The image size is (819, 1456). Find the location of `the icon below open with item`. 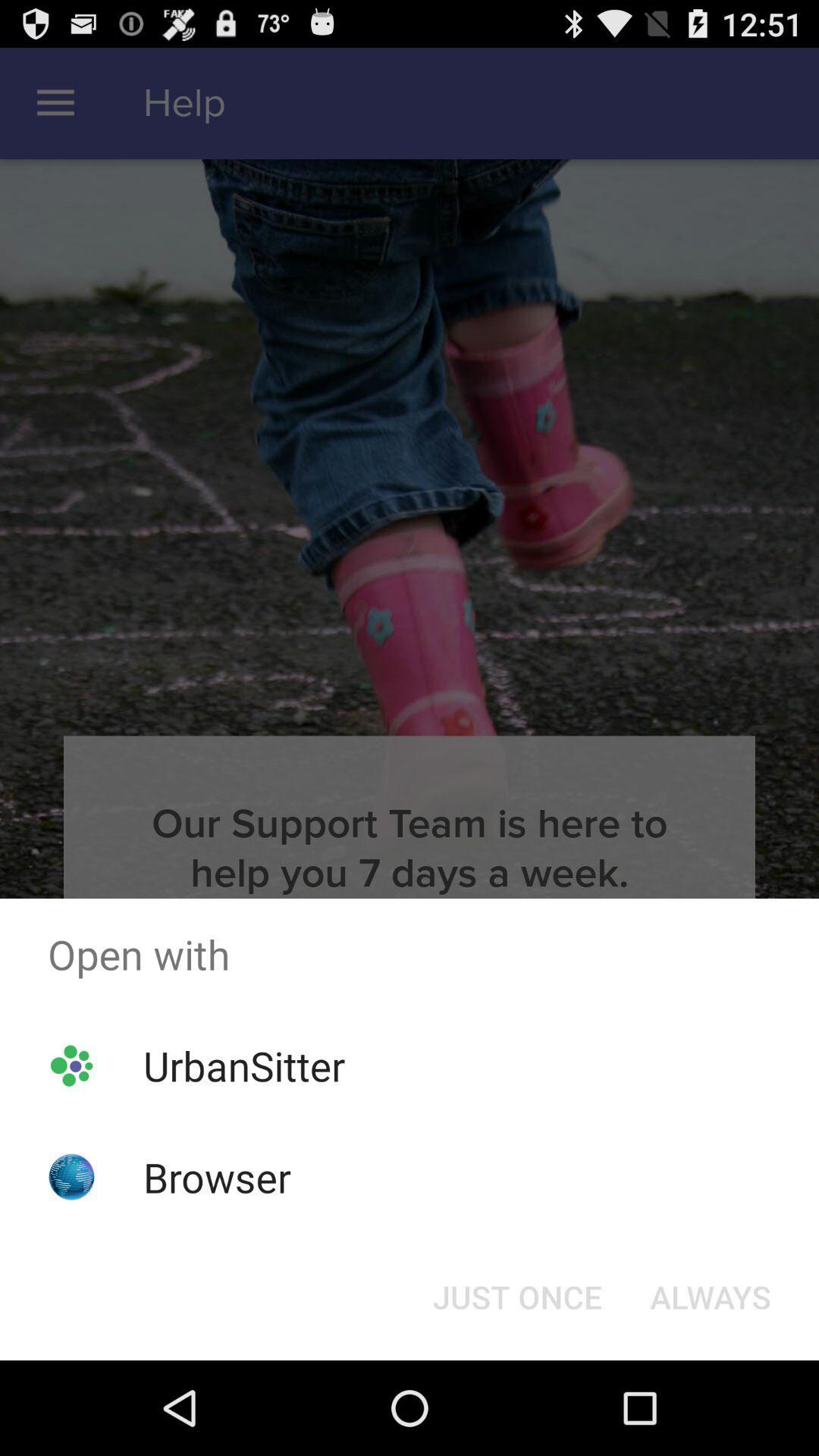

the icon below open with item is located at coordinates (711, 1295).